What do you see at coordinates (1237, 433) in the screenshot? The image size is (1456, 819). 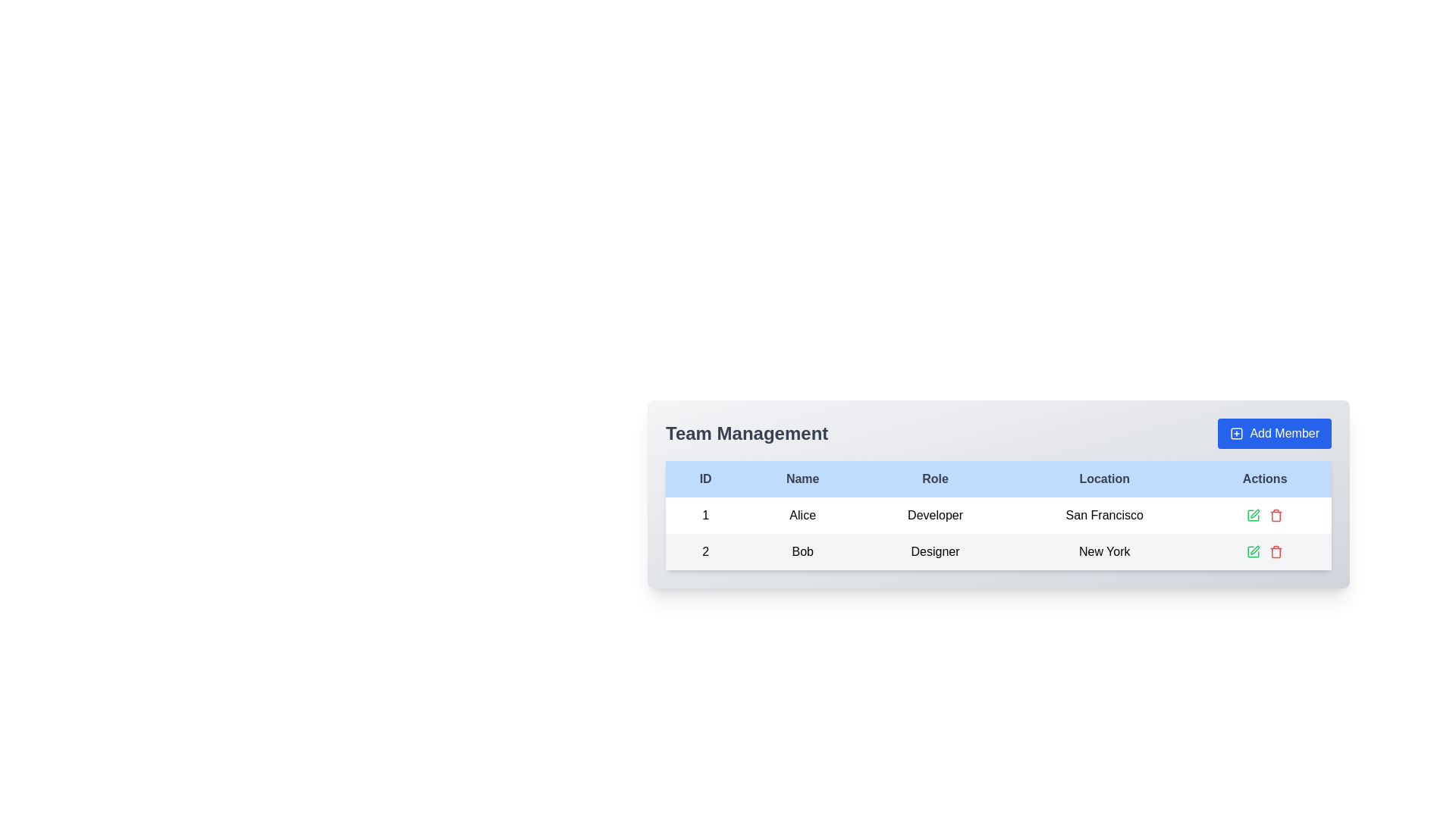 I see `the 'Add Member' icon located to the left of the text within the blue button` at bounding box center [1237, 433].